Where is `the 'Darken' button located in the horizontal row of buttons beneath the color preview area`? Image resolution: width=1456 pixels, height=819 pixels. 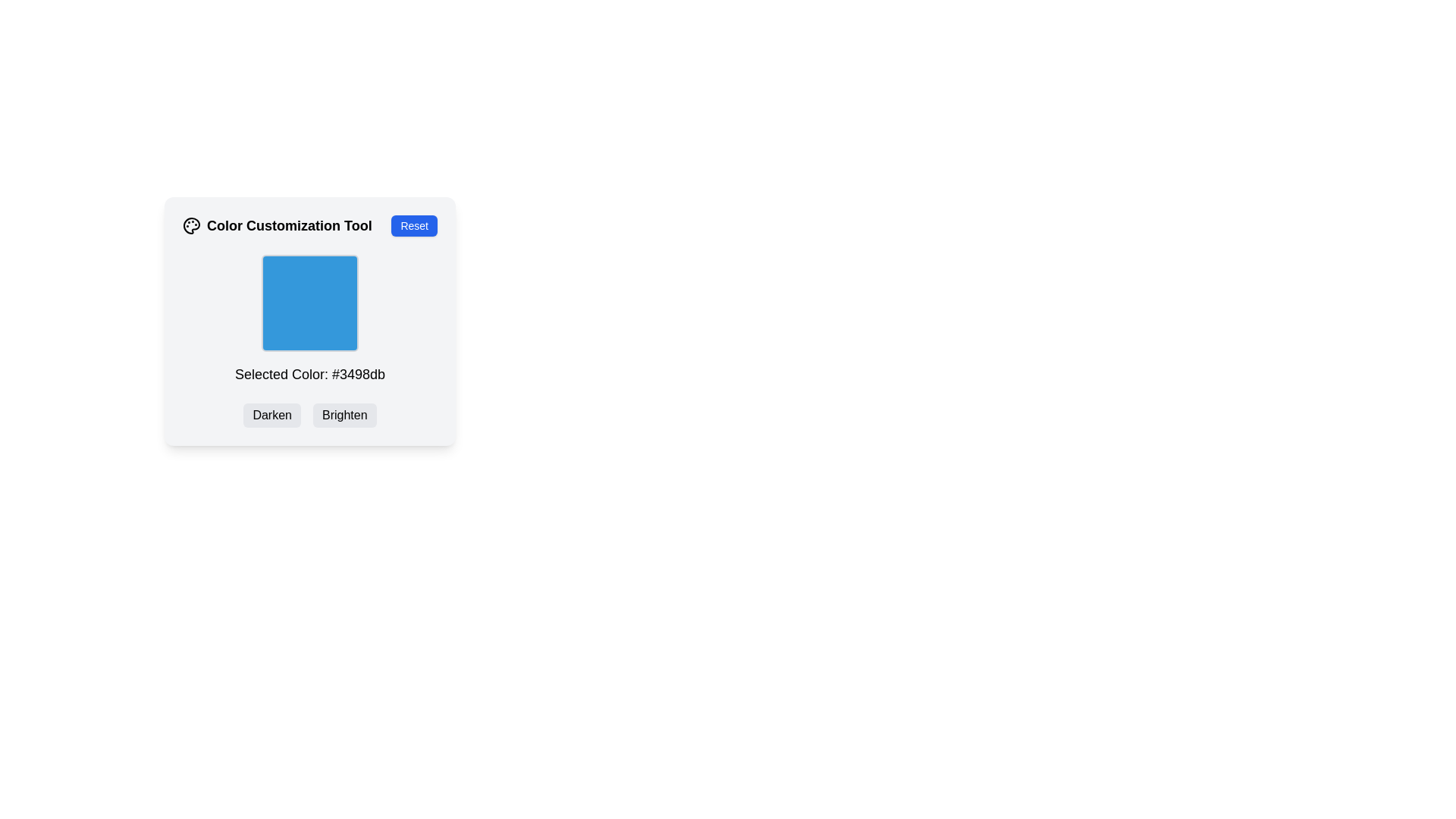
the 'Darken' button located in the horizontal row of buttons beneath the color preview area is located at coordinates (272, 415).